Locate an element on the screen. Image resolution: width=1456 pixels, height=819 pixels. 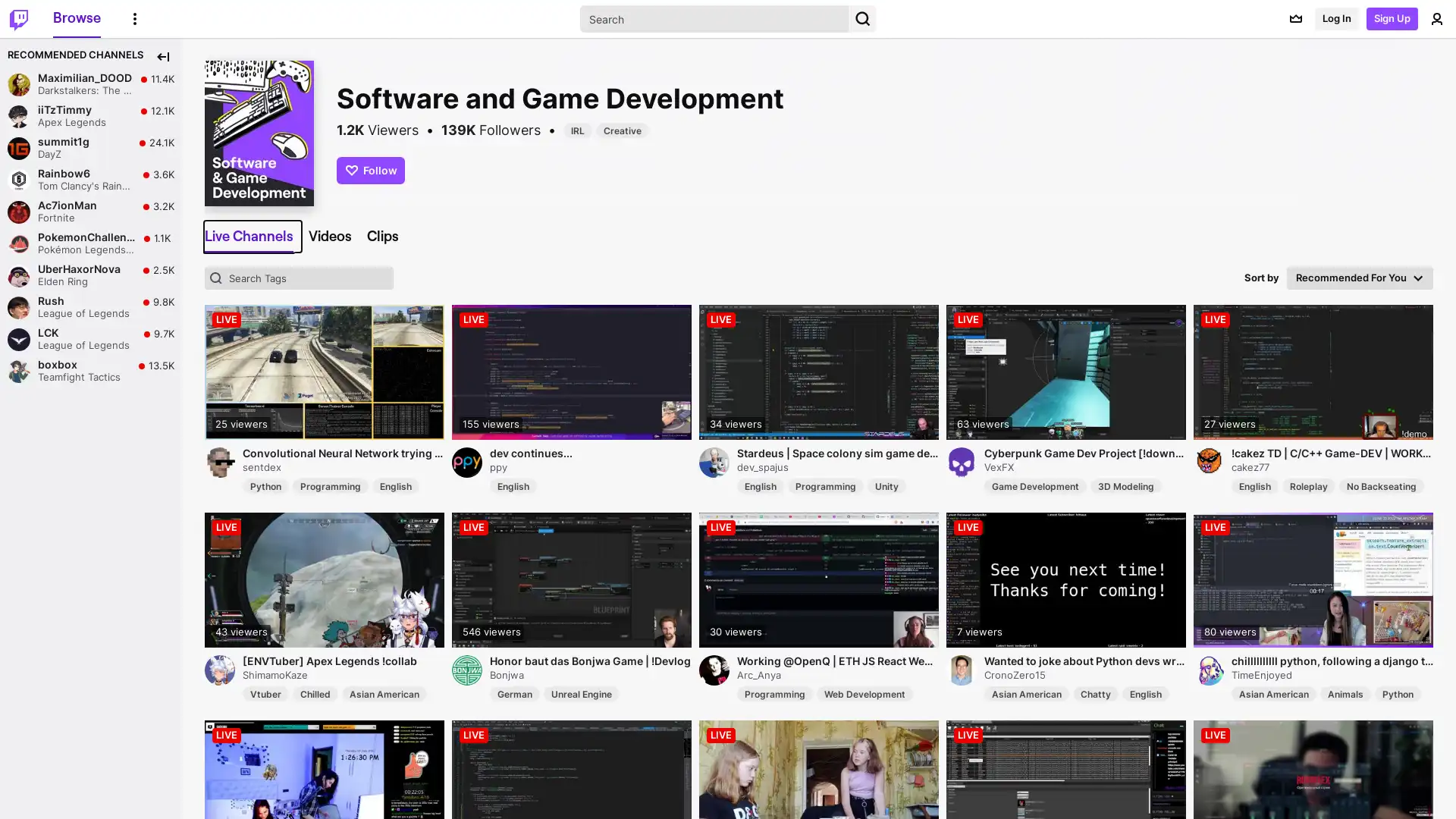
Asian American is located at coordinates (1274, 693).